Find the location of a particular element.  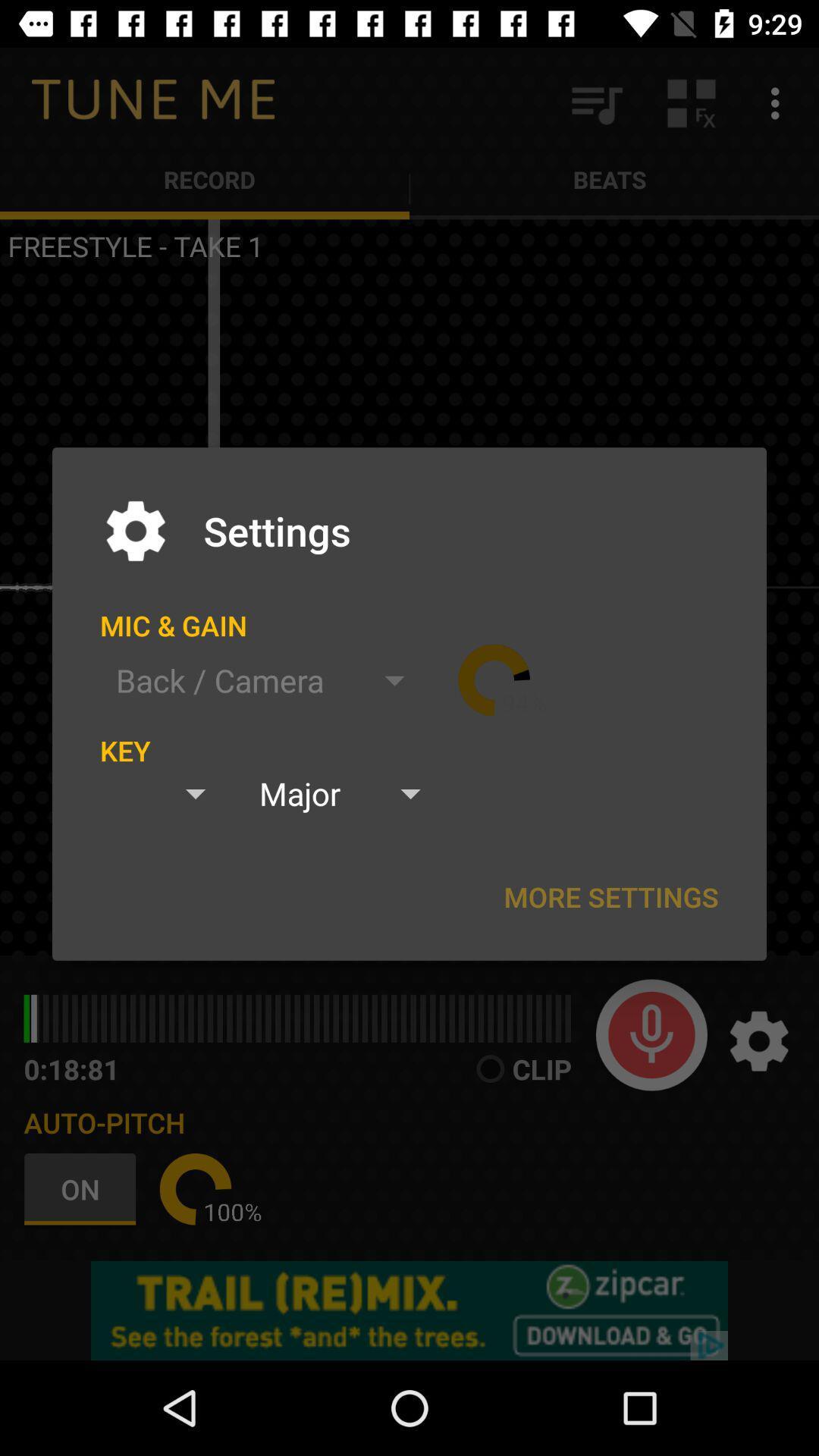

the icon to the right of on item is located at coordinates (195, 1188).